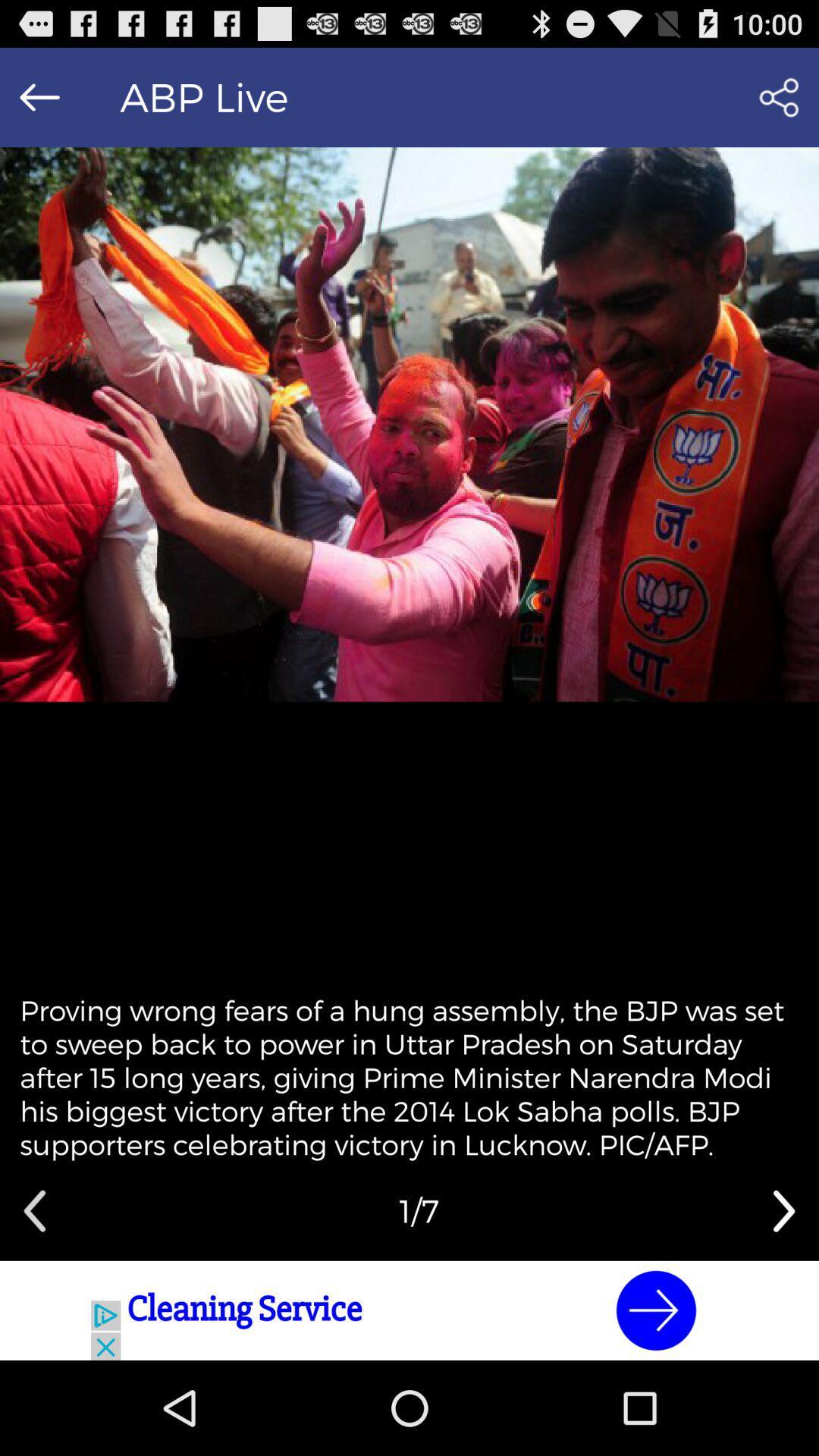 The image size is (819, 1456). What do you see at coordinates (779, 96) in the screenshot?
I see `share button` at bounding box center [779, 96].